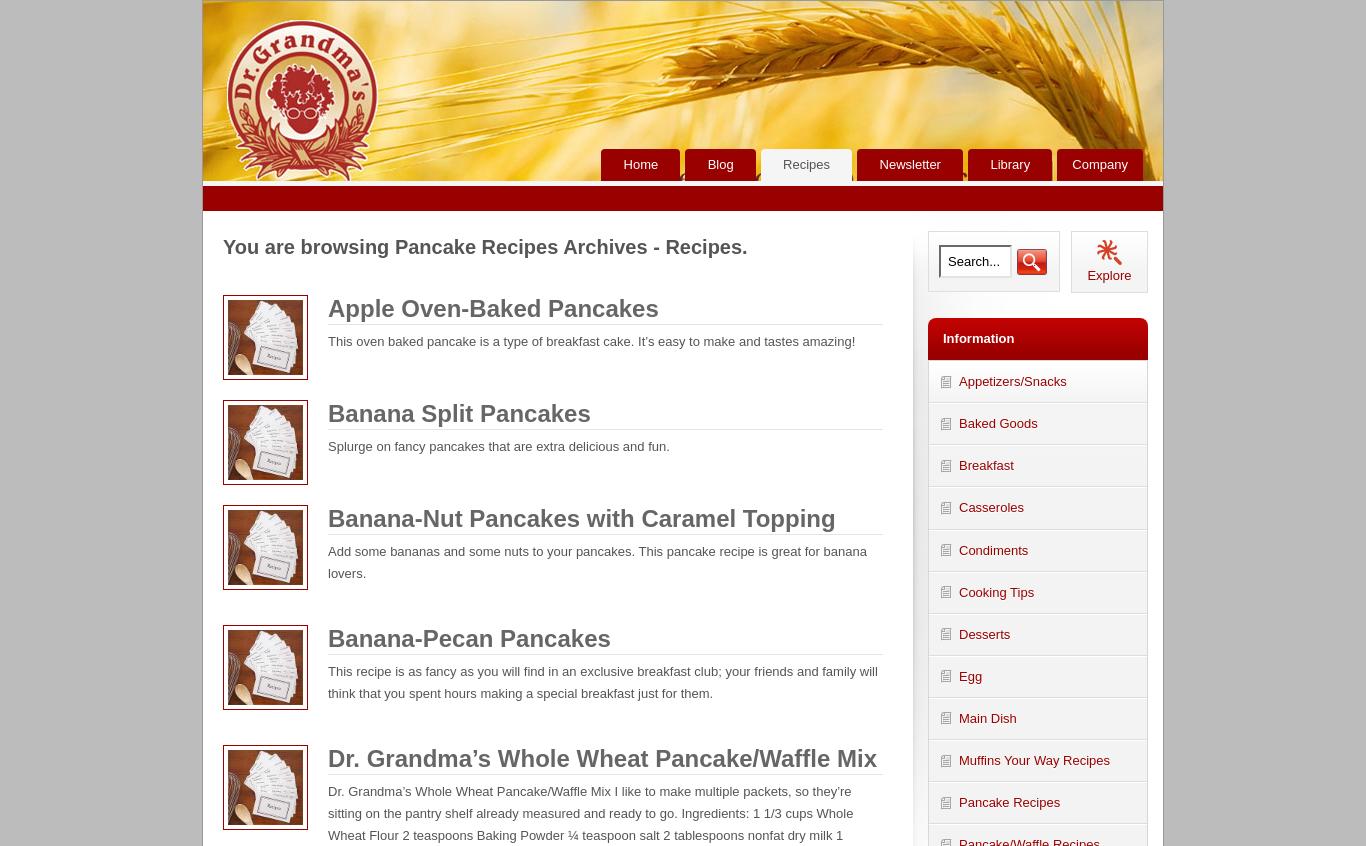 The image size is (1366, 846). Describe the element at coordinates (996, 590) in the screenshot. I see `'Cooking Tips'` at that location.